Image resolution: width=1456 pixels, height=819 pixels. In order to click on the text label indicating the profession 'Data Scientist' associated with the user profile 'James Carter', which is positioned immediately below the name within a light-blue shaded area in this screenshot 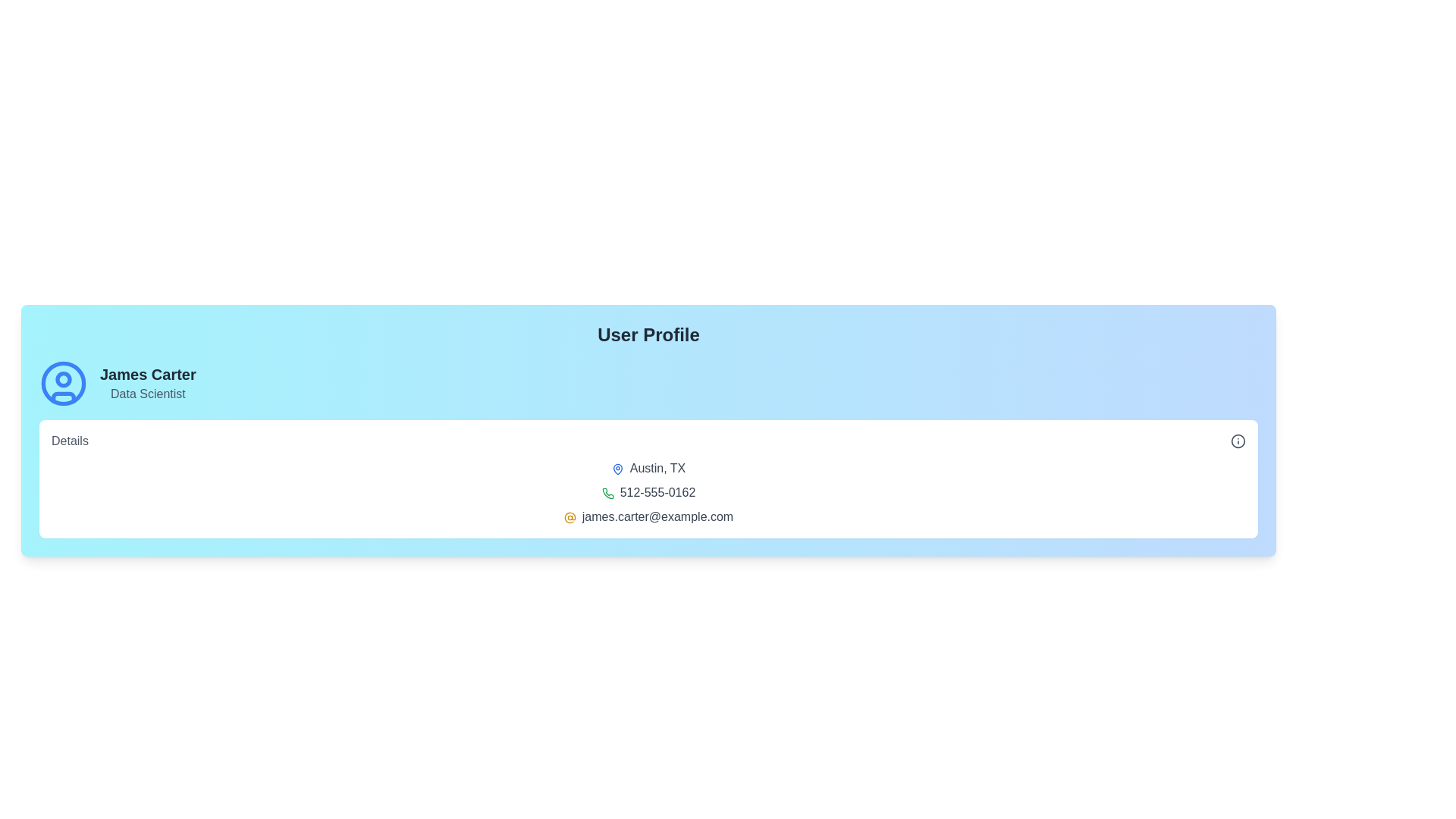, I will do `click(148, 394)`.